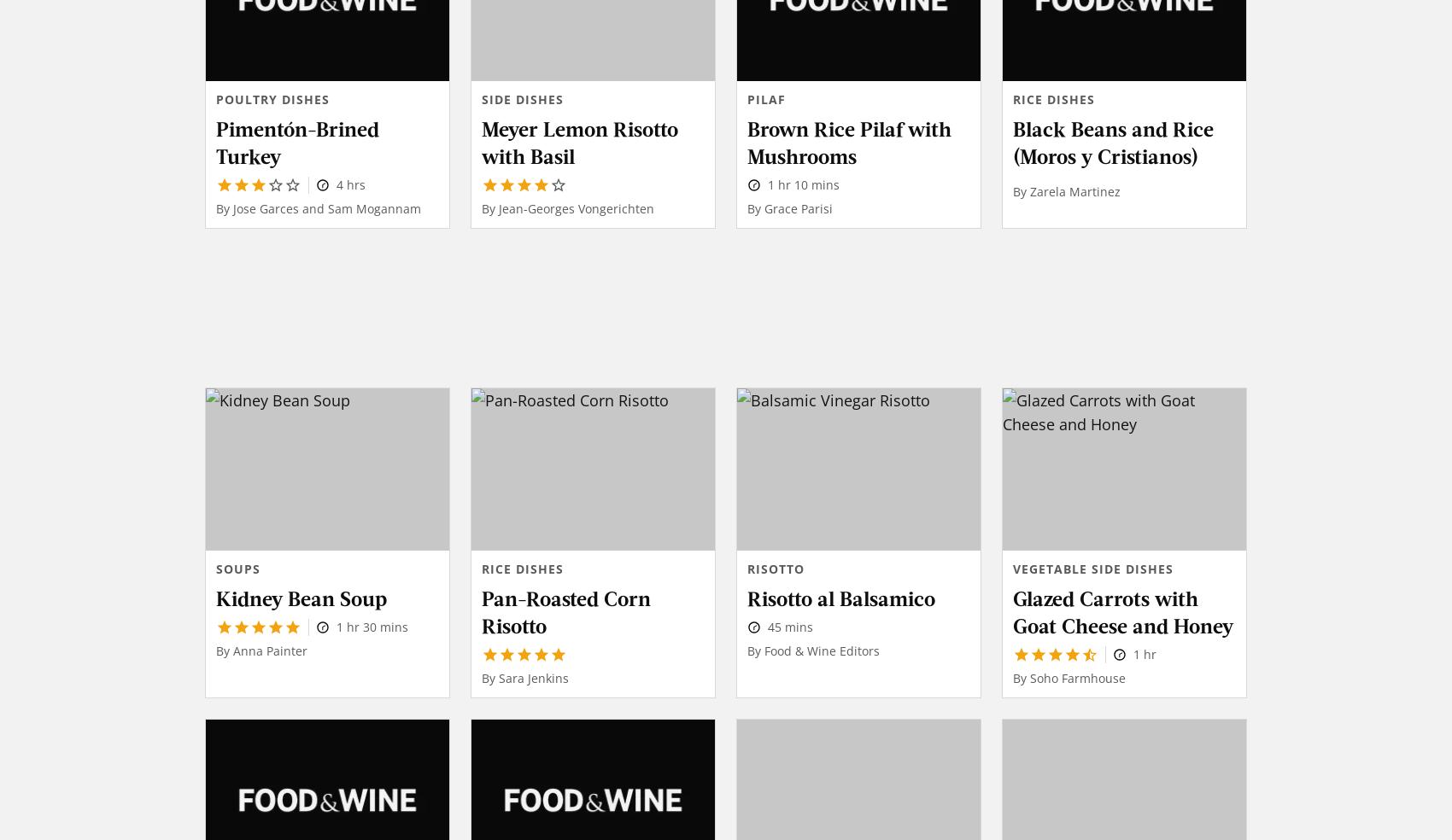 Image resolution: width=1452 pixels, height=840 pixels. I want to click on 'Brown Rice Pilaf with Mushrooms', so click(848, 141).